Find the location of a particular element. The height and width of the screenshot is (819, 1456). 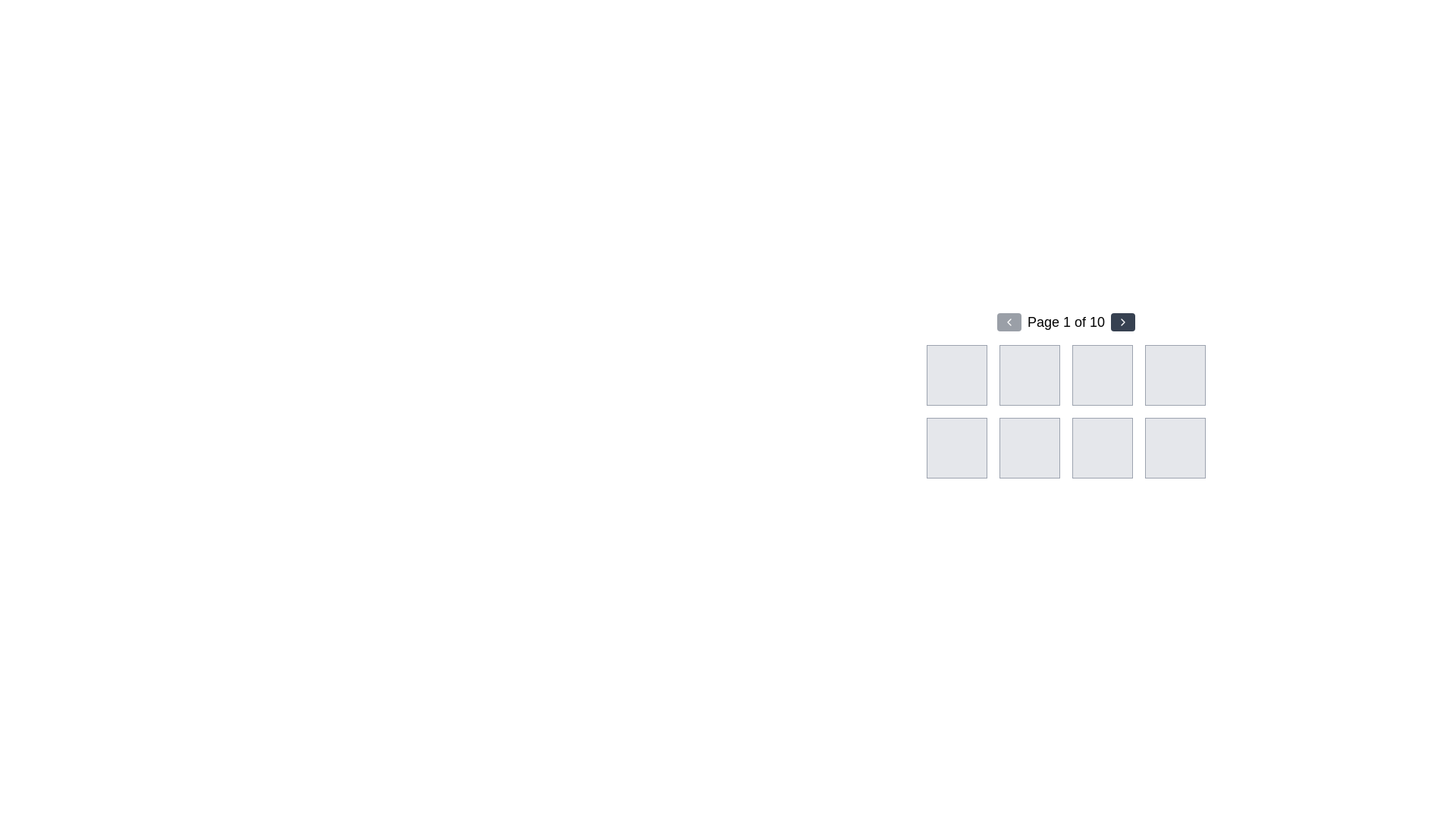

the non-interactive visual component located in the first row, second column of the grid layout is located at coordinates (1030, 375).